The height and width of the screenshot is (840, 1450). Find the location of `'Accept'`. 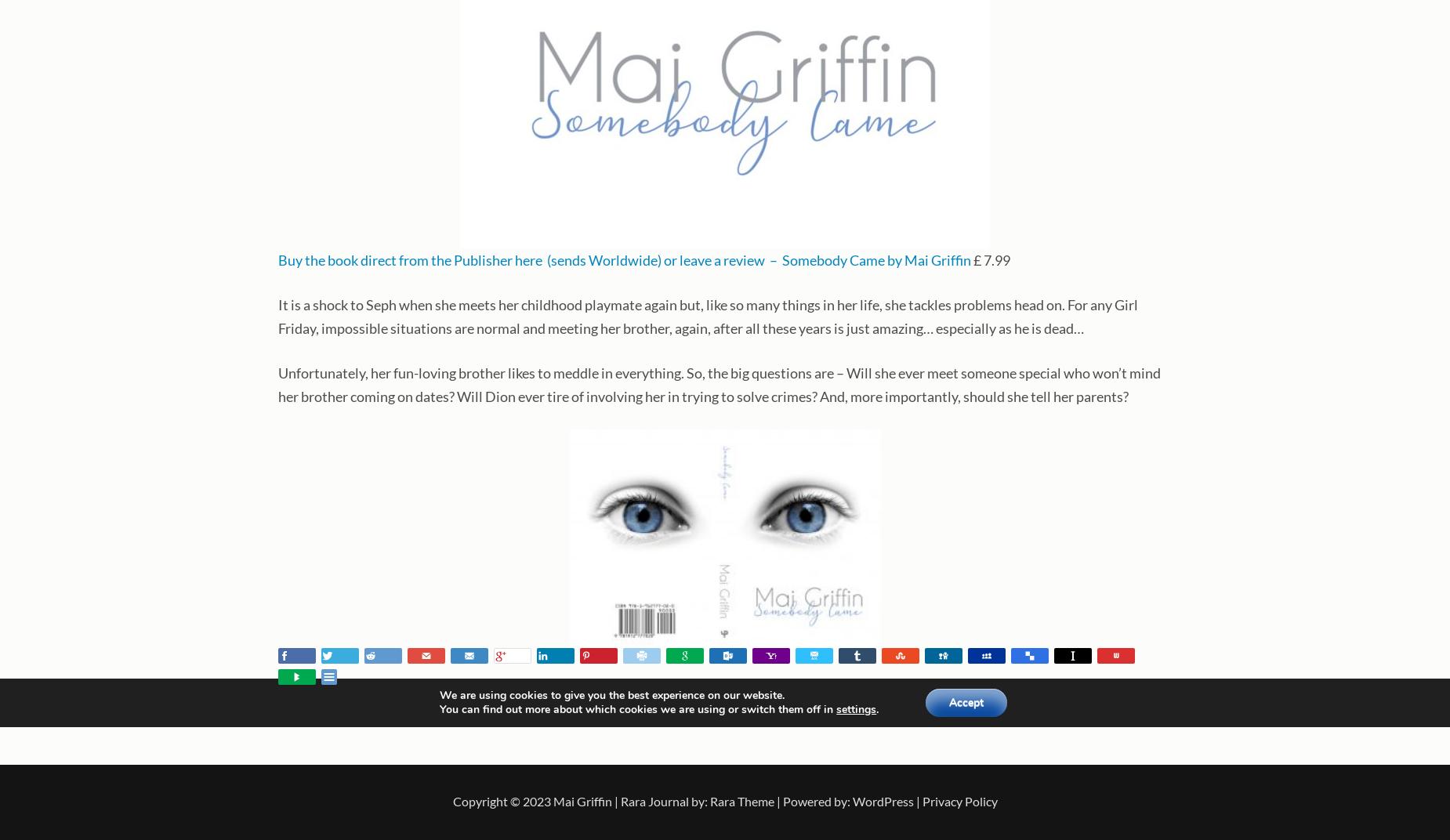

'Accept' is located at coordinates (964, 702).